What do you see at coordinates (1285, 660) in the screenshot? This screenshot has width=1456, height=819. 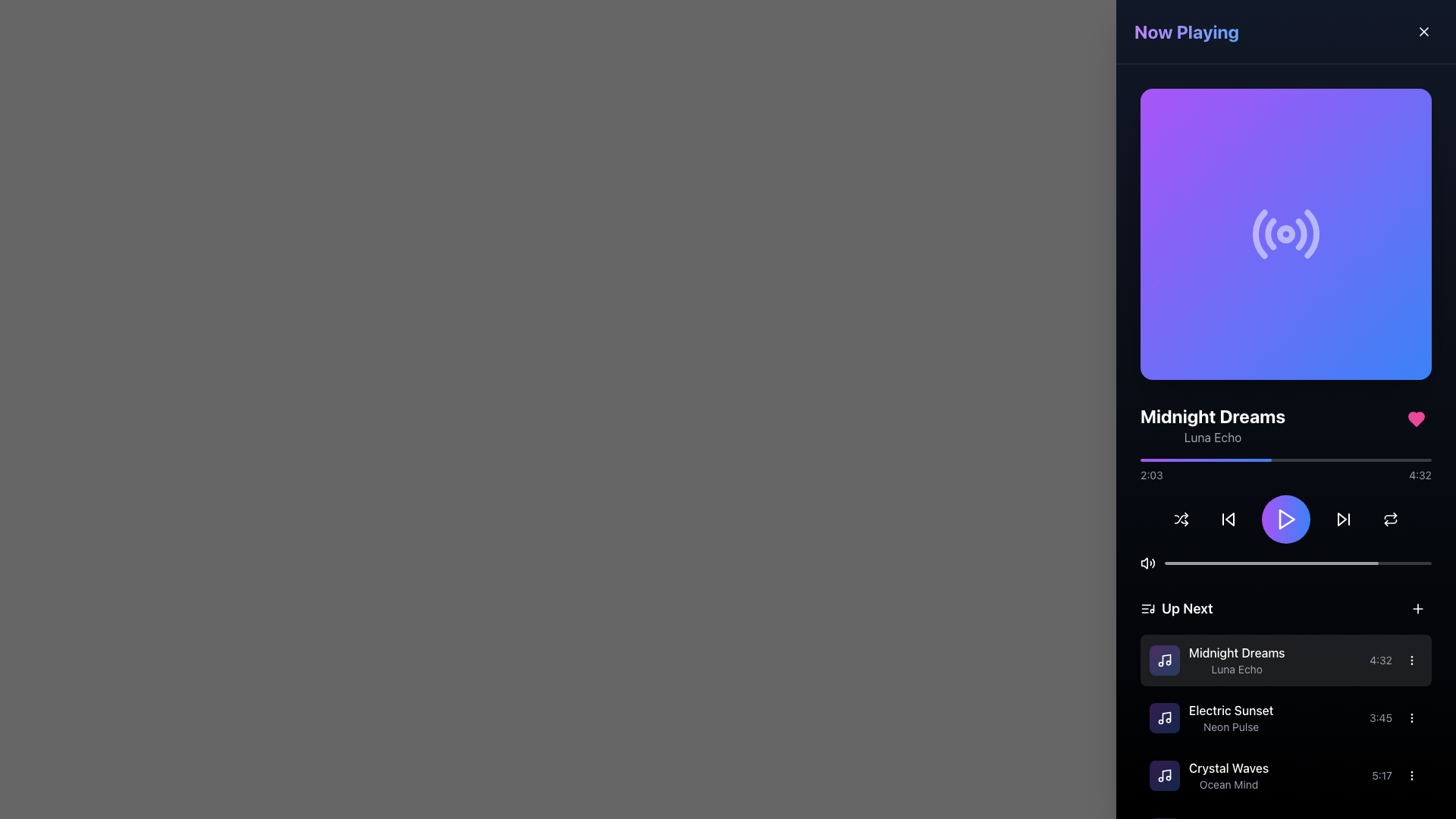 I see `the first song list item displaying 'Midnight Dreams' by 'Luna Echo'` at bounding box center [1285, 660].